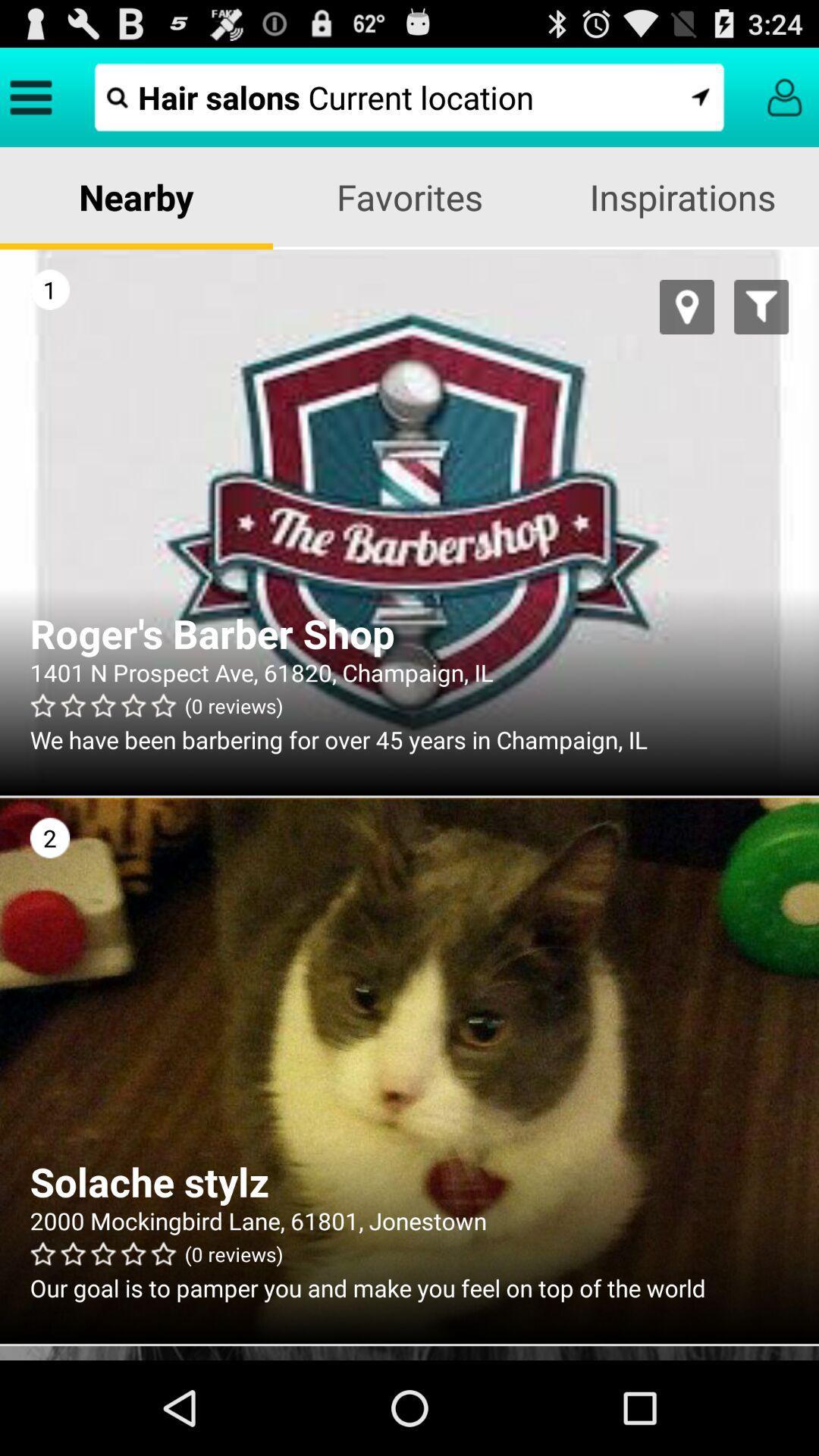 Image resolution: width=819 pixels, height=1456 pixels. Describe the element at coordinates (409, 633) in the screenshot. I see `the roger s barber` at that location.